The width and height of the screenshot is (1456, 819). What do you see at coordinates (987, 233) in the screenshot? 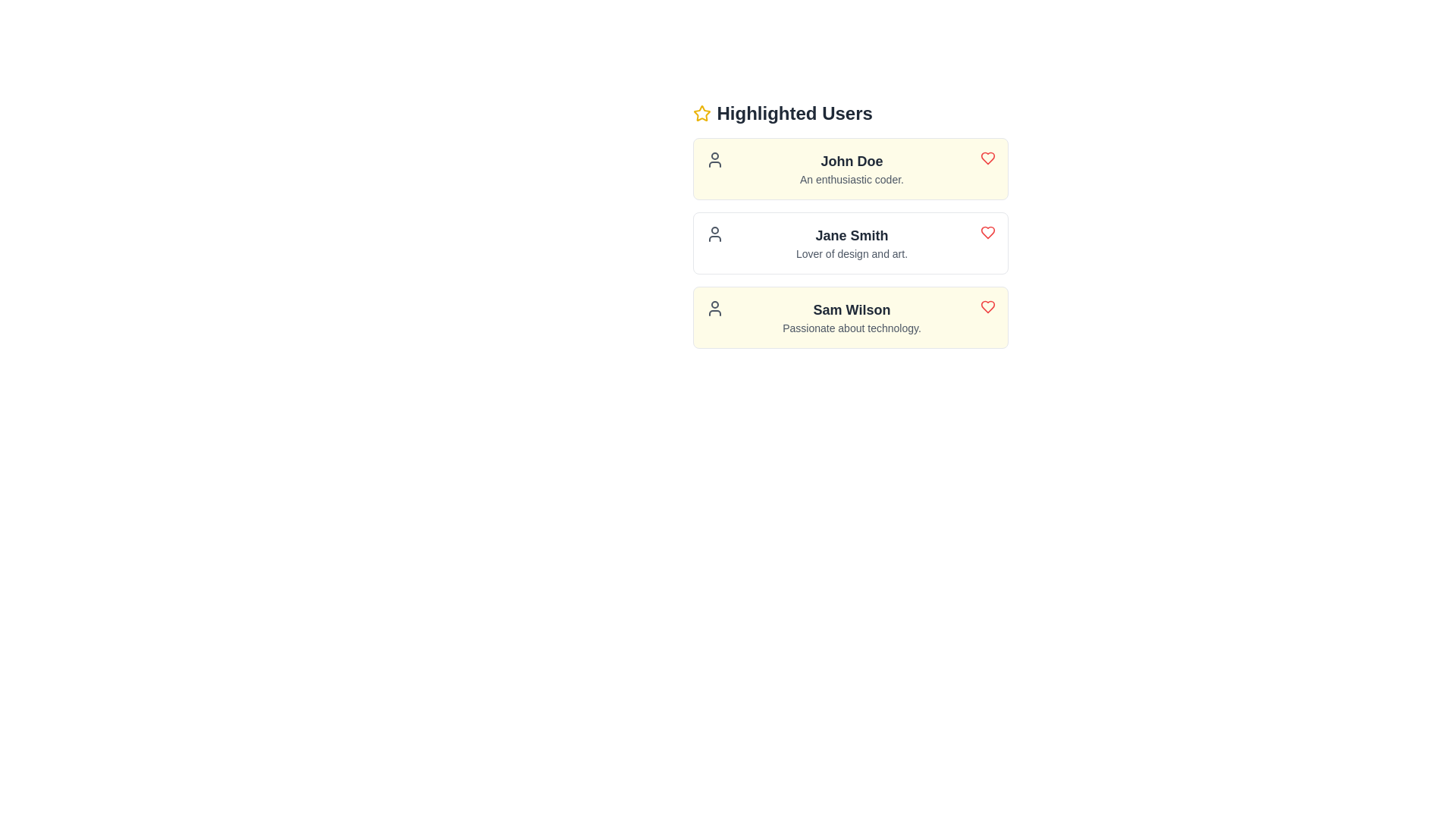
I see `the 'Heart' button for Jane Smith to toggle their favorite status` at bounding box center [987, 233].